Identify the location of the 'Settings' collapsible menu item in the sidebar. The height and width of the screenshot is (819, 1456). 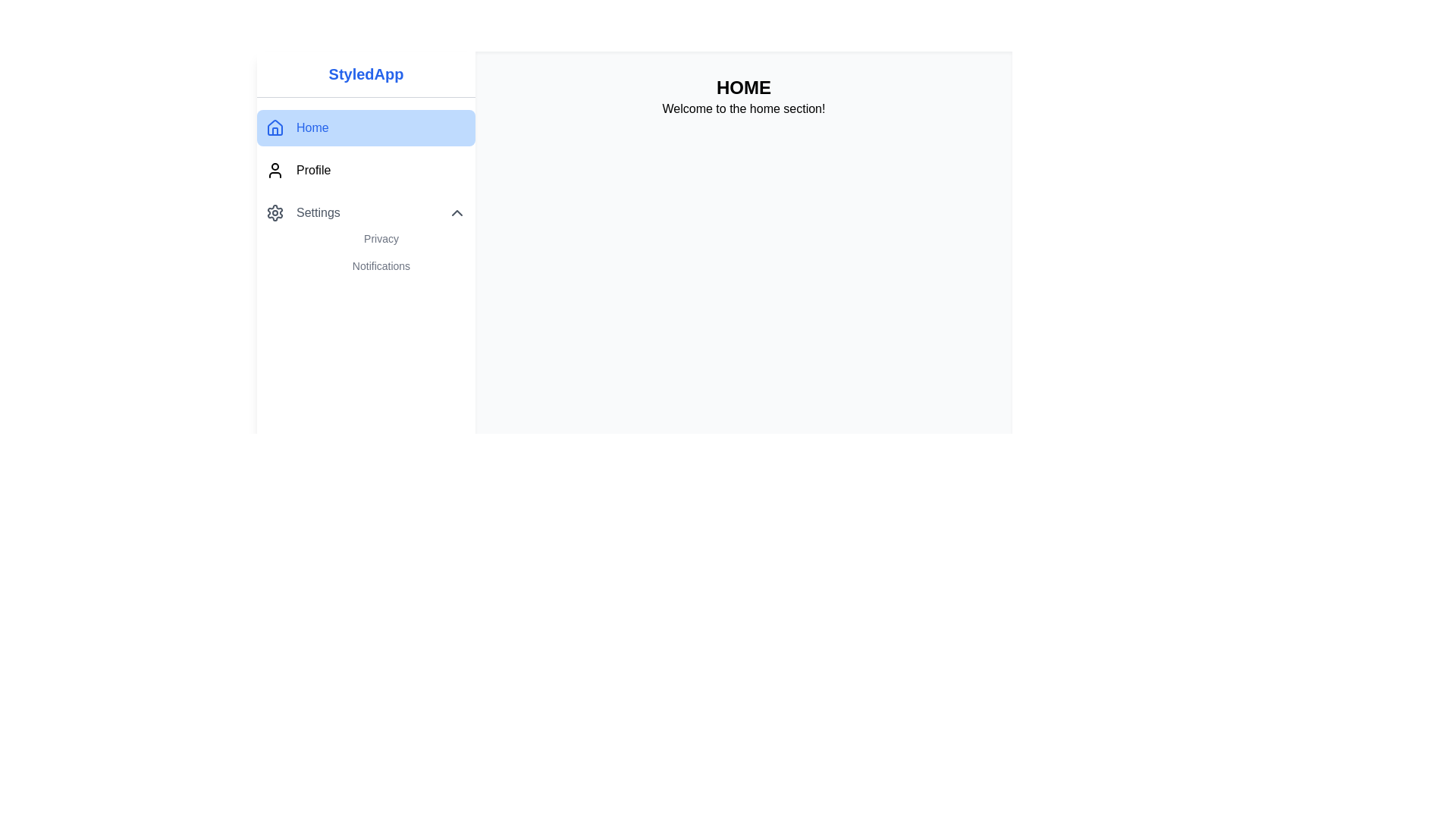
(366, 213).